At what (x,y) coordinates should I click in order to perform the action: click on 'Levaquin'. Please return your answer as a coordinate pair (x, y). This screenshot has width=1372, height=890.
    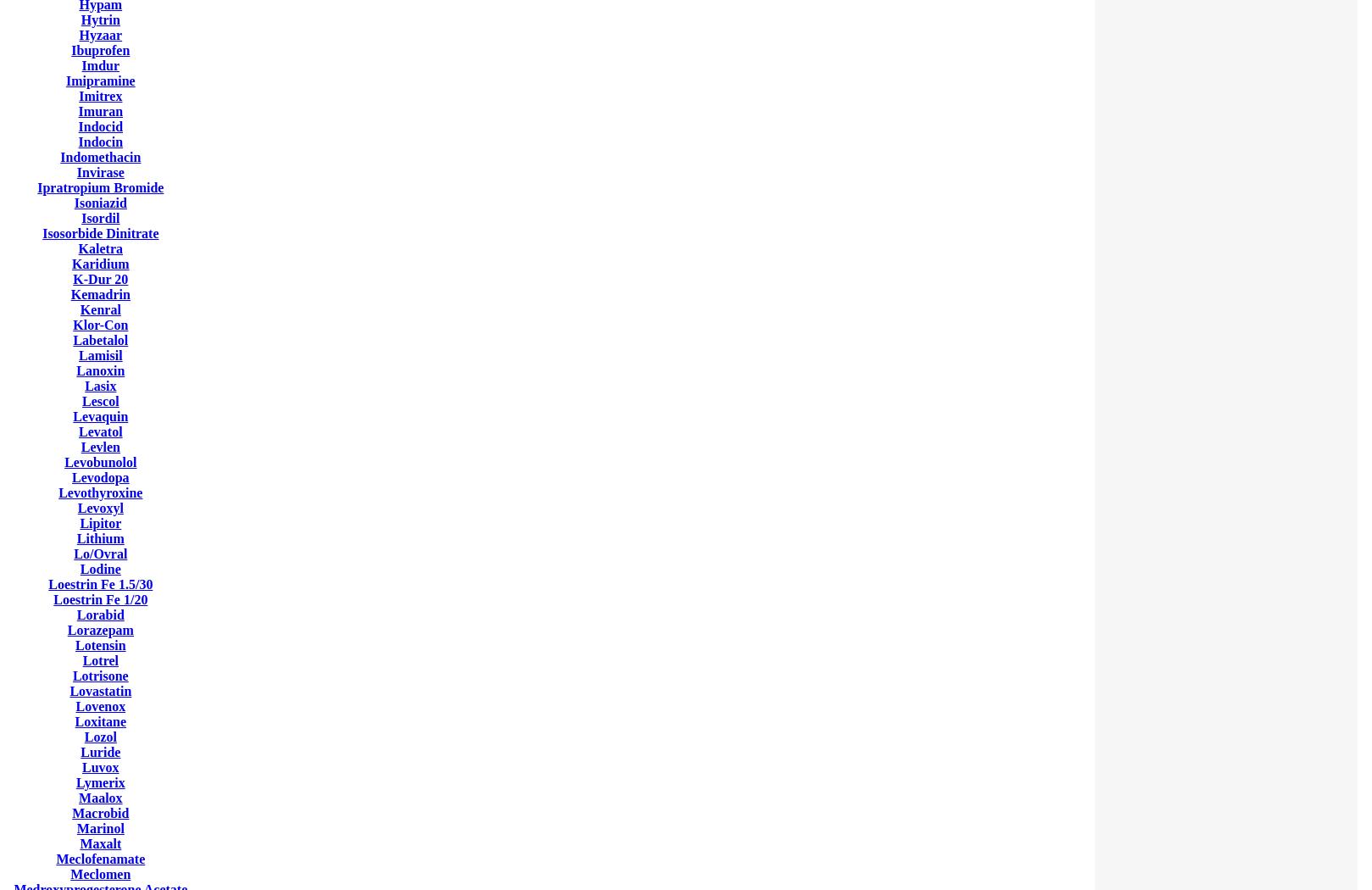
    Looking at the image, I should click on (100, 415).